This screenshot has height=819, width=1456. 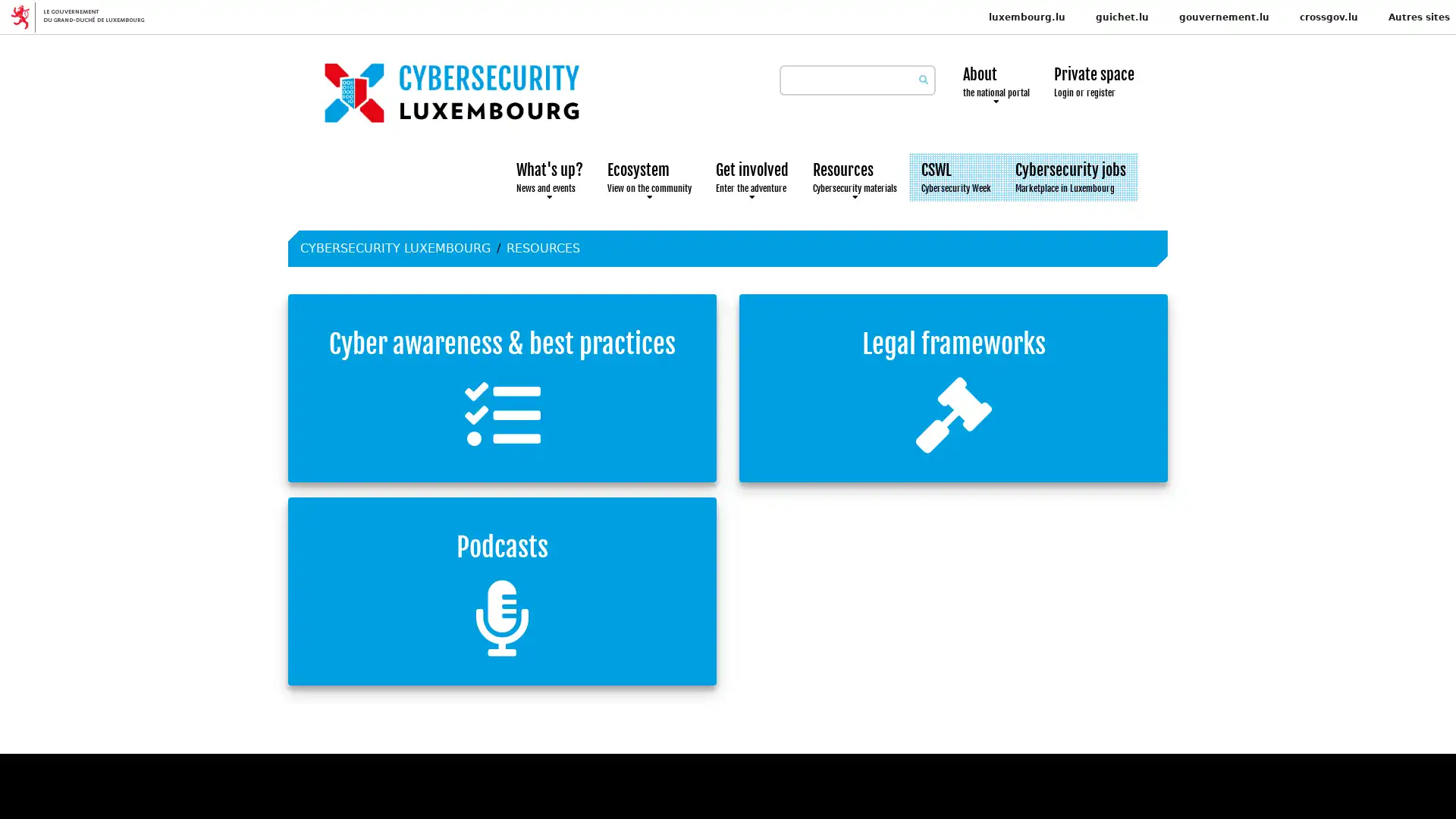 What do you see at coordinates (543, 247) in the screenshot?
I see `RESOURCES` at bounding box center [543, 247].